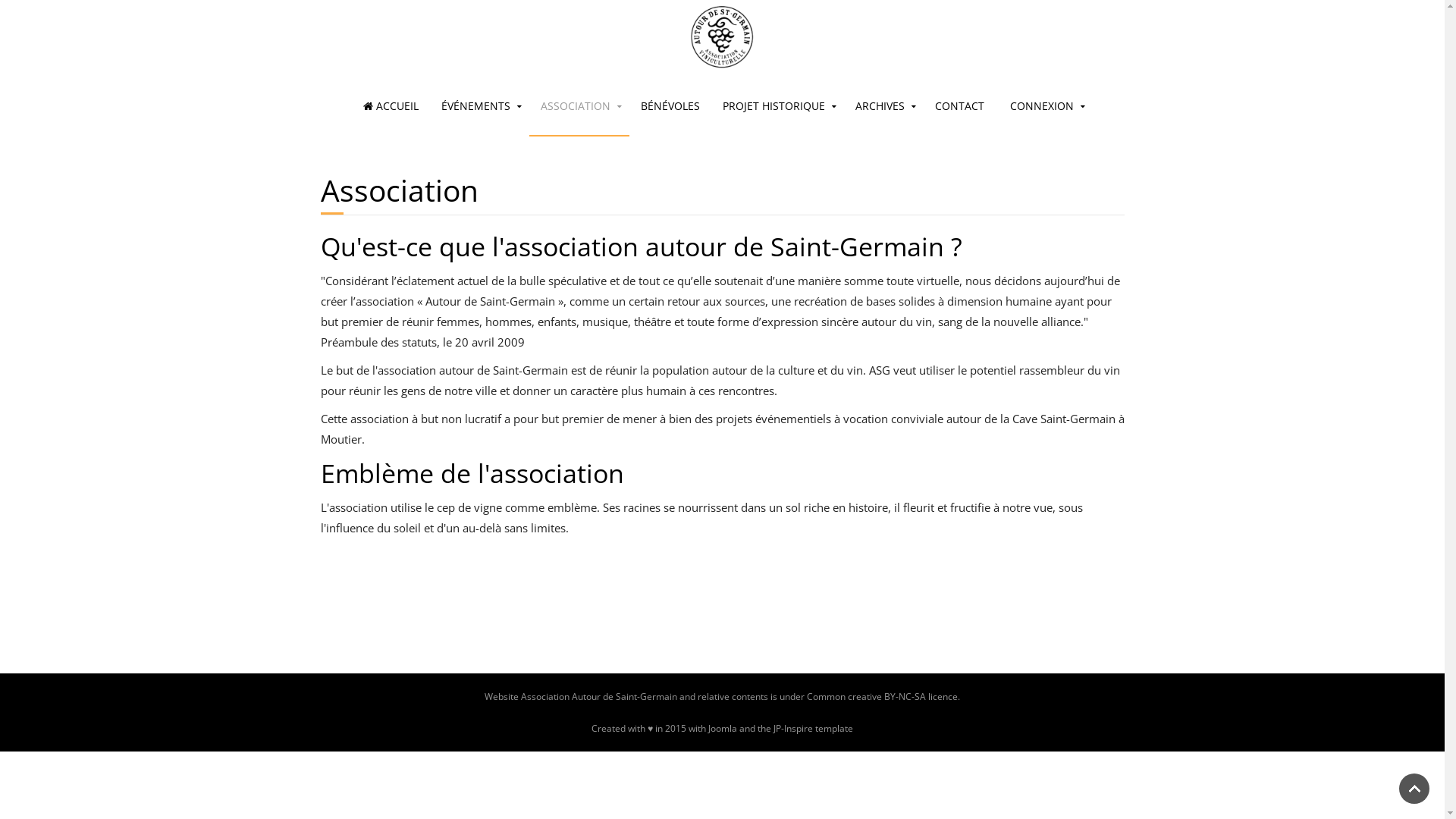 Image resolution: width=1456 pixels, height=819 pixels. Describe the element at coordinates (777, 105) in the screenshot. I see `'PROJET HISTORIQUE'` at that location.